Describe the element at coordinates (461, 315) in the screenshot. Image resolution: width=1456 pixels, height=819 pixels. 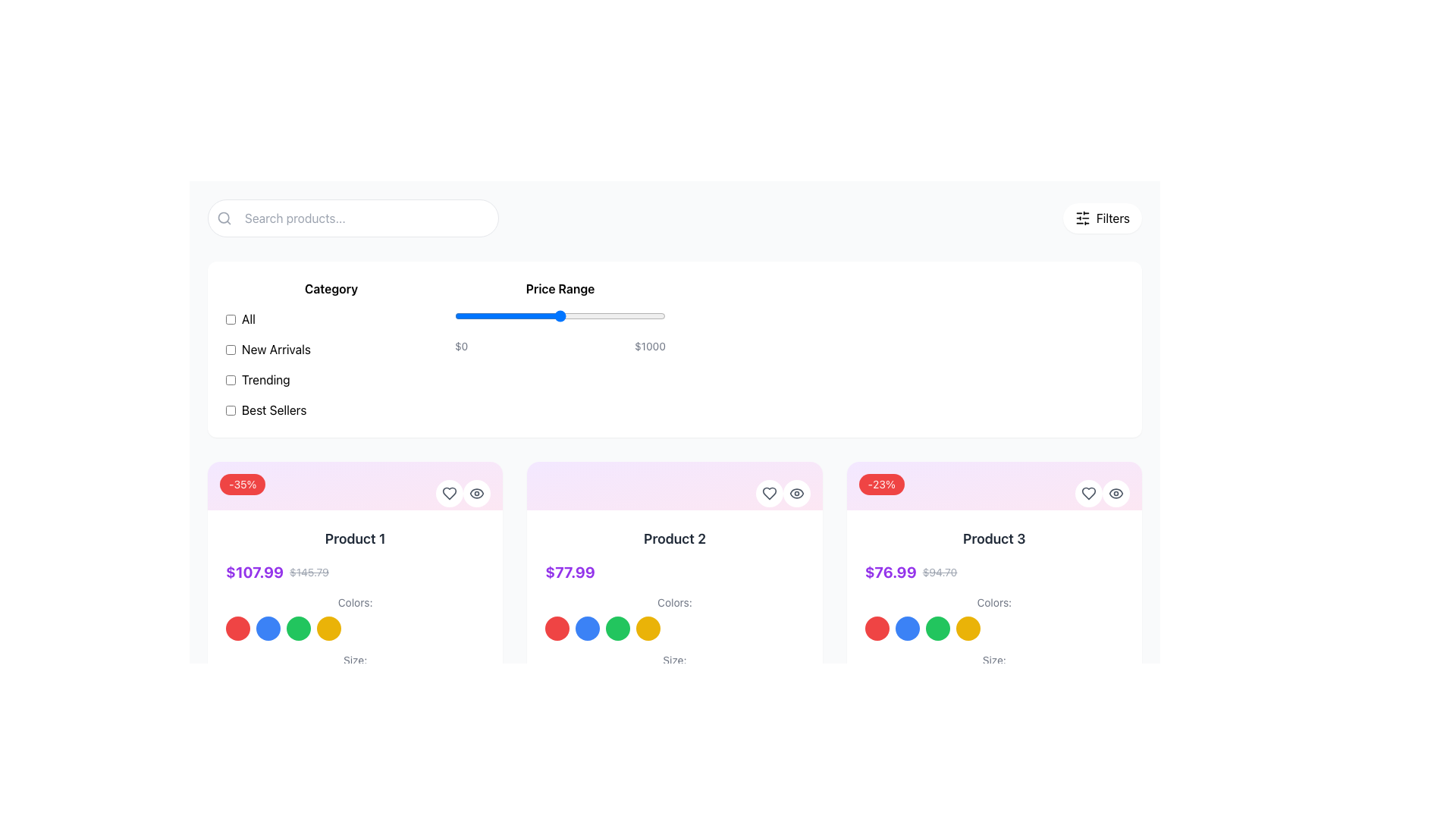
I see `the price range` at that location.